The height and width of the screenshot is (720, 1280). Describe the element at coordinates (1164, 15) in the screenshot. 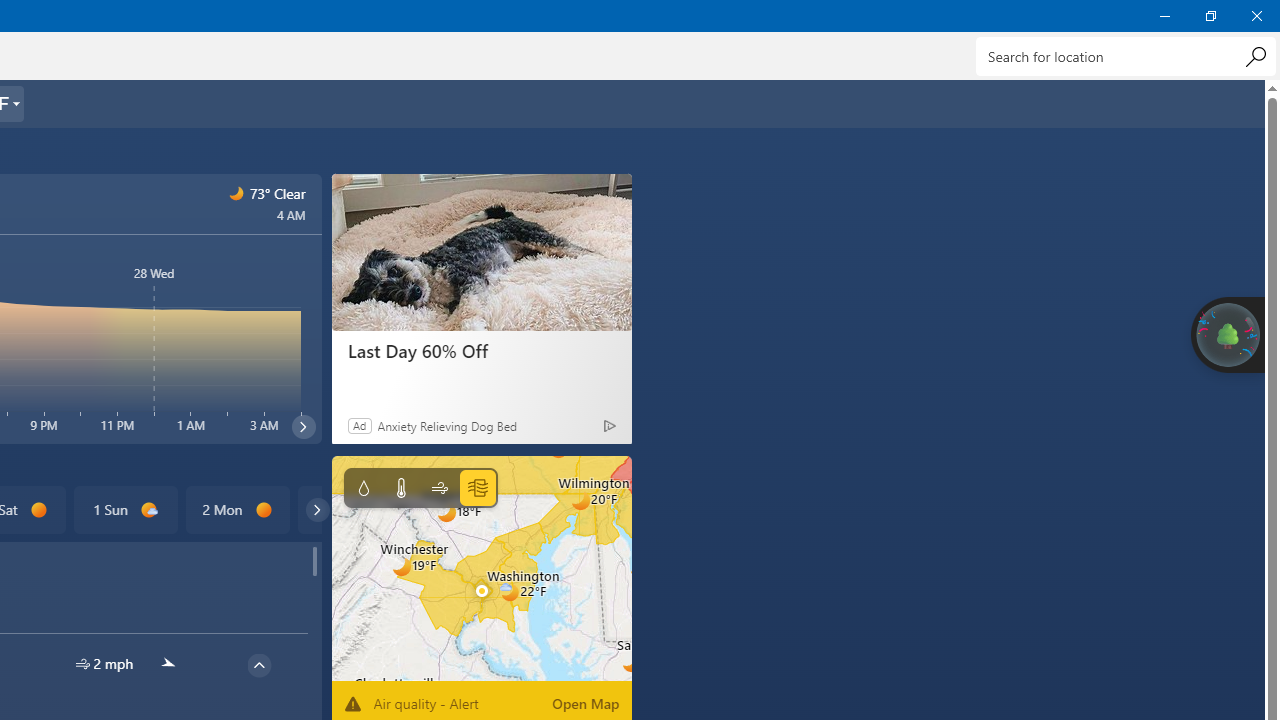

I see `'Minimize Weather'` at that location.